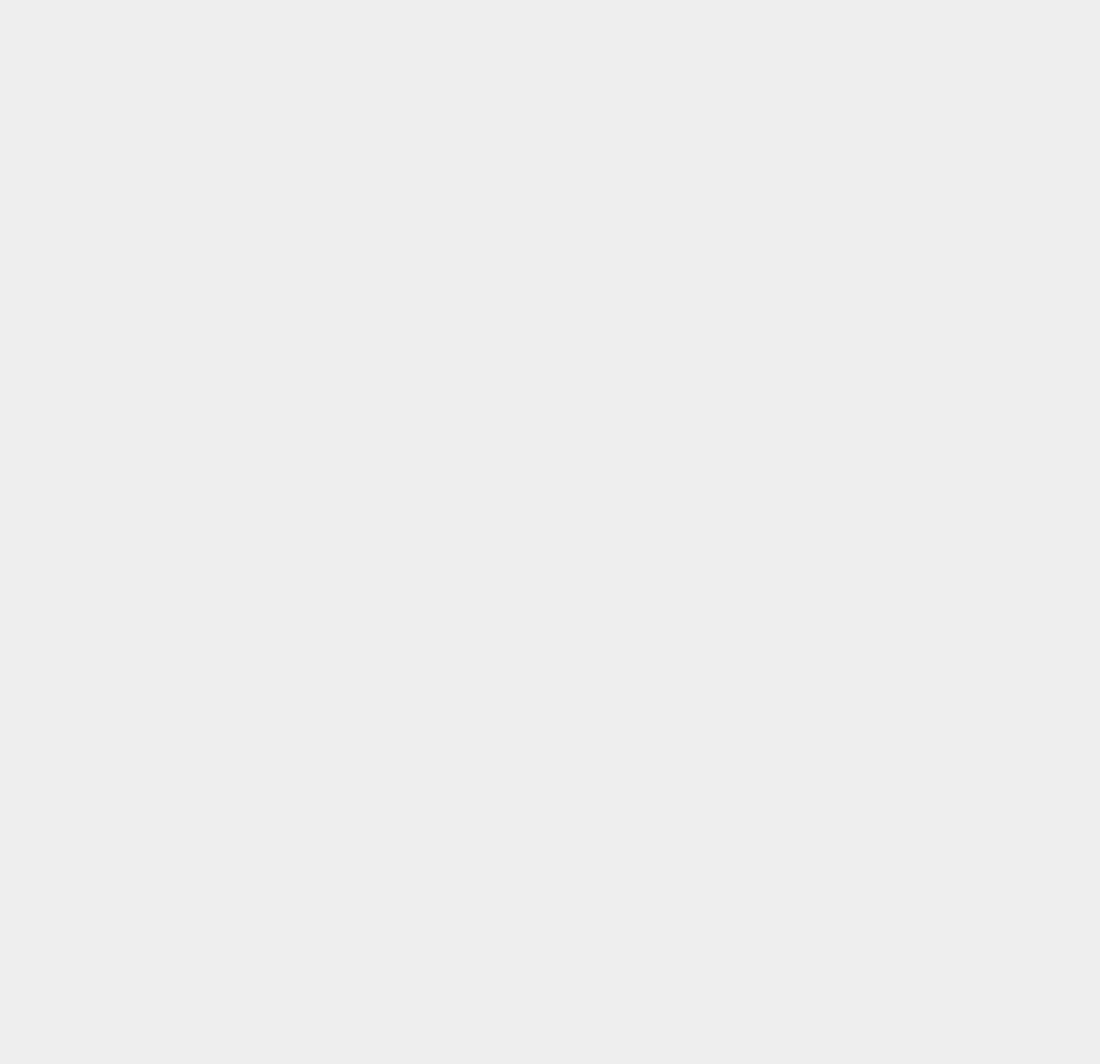 The height and width of the screenshot is (1064, 1100). I want to click on 'Currency', so click(778, 977).